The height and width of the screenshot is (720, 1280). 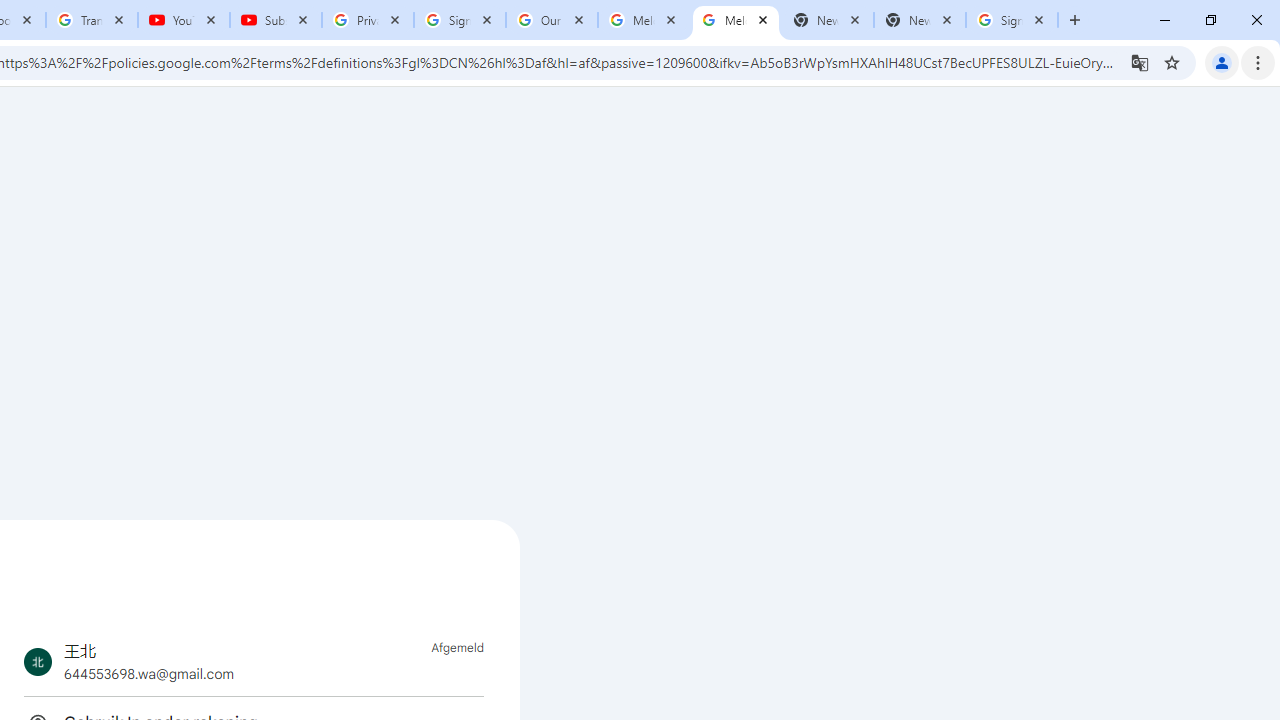 I want to click on 'YouTube', so click(x=184, y=20).